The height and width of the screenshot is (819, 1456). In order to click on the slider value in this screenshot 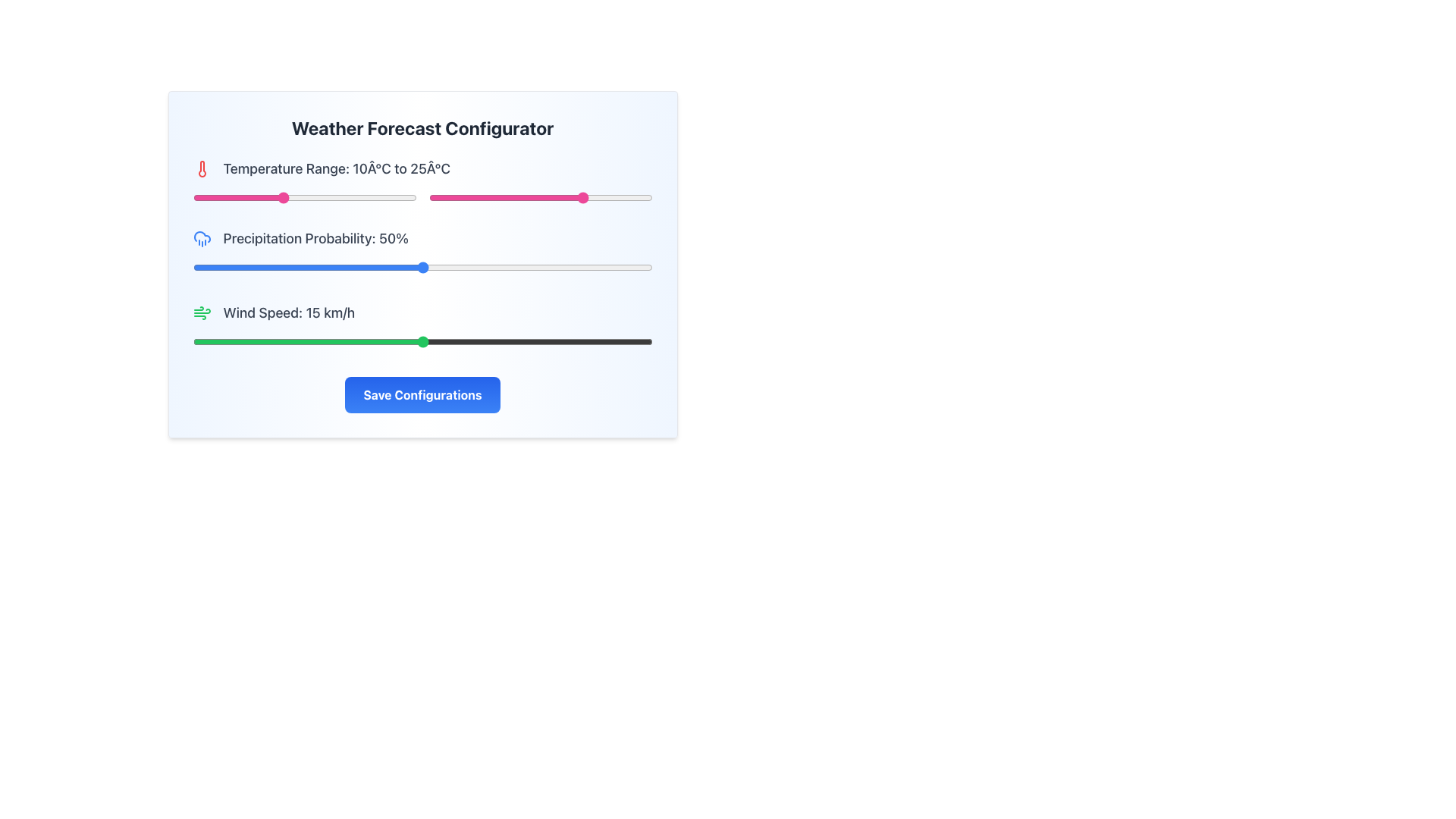, I will do `click(407, 197)`.